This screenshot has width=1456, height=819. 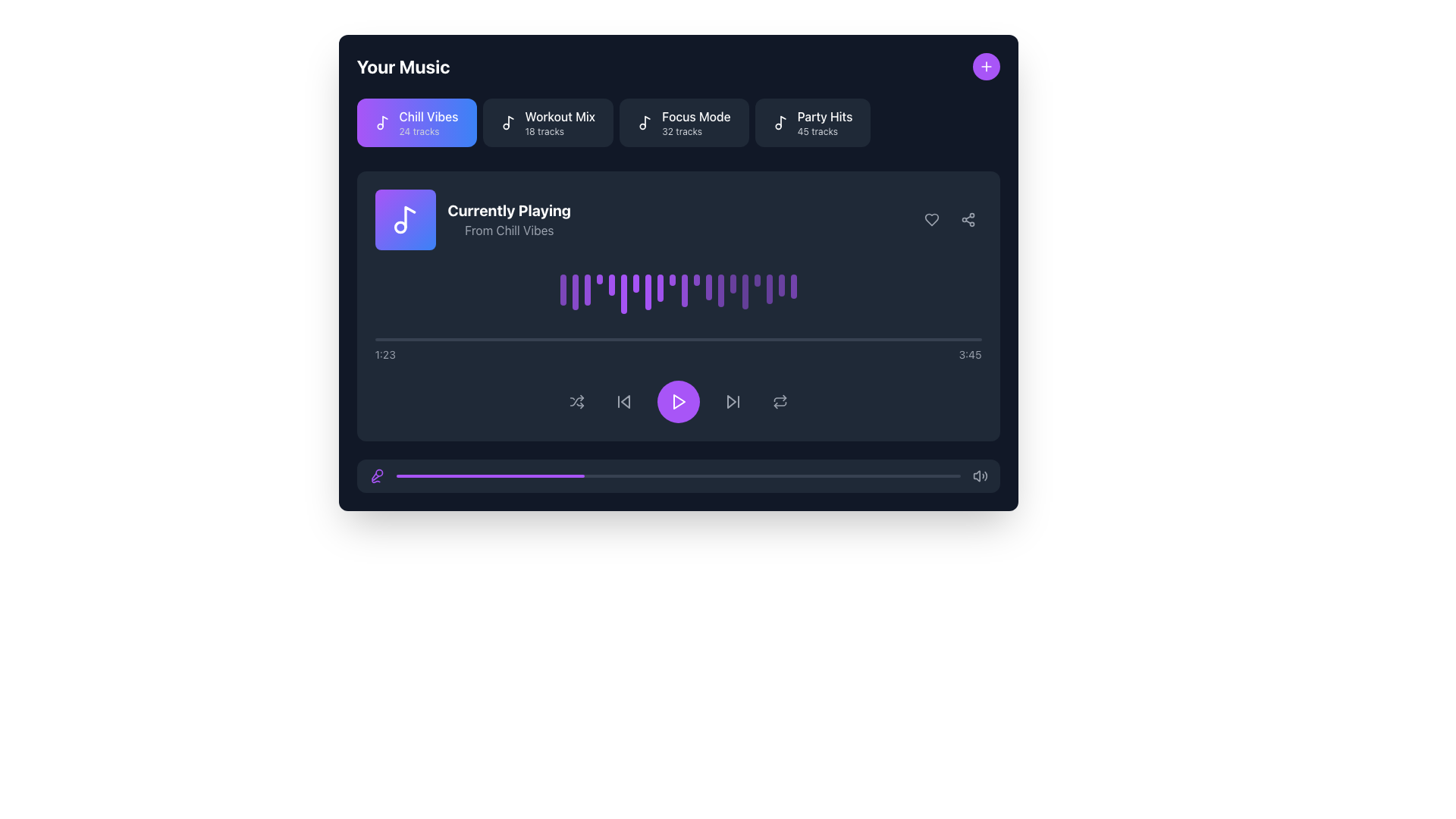 What do you see at coordinates (576, 401) in the screenshot?
I see `the shuffle icon, which is the first icon from the left among the playback control icons in the control bar` at bounding box center [576, 401].